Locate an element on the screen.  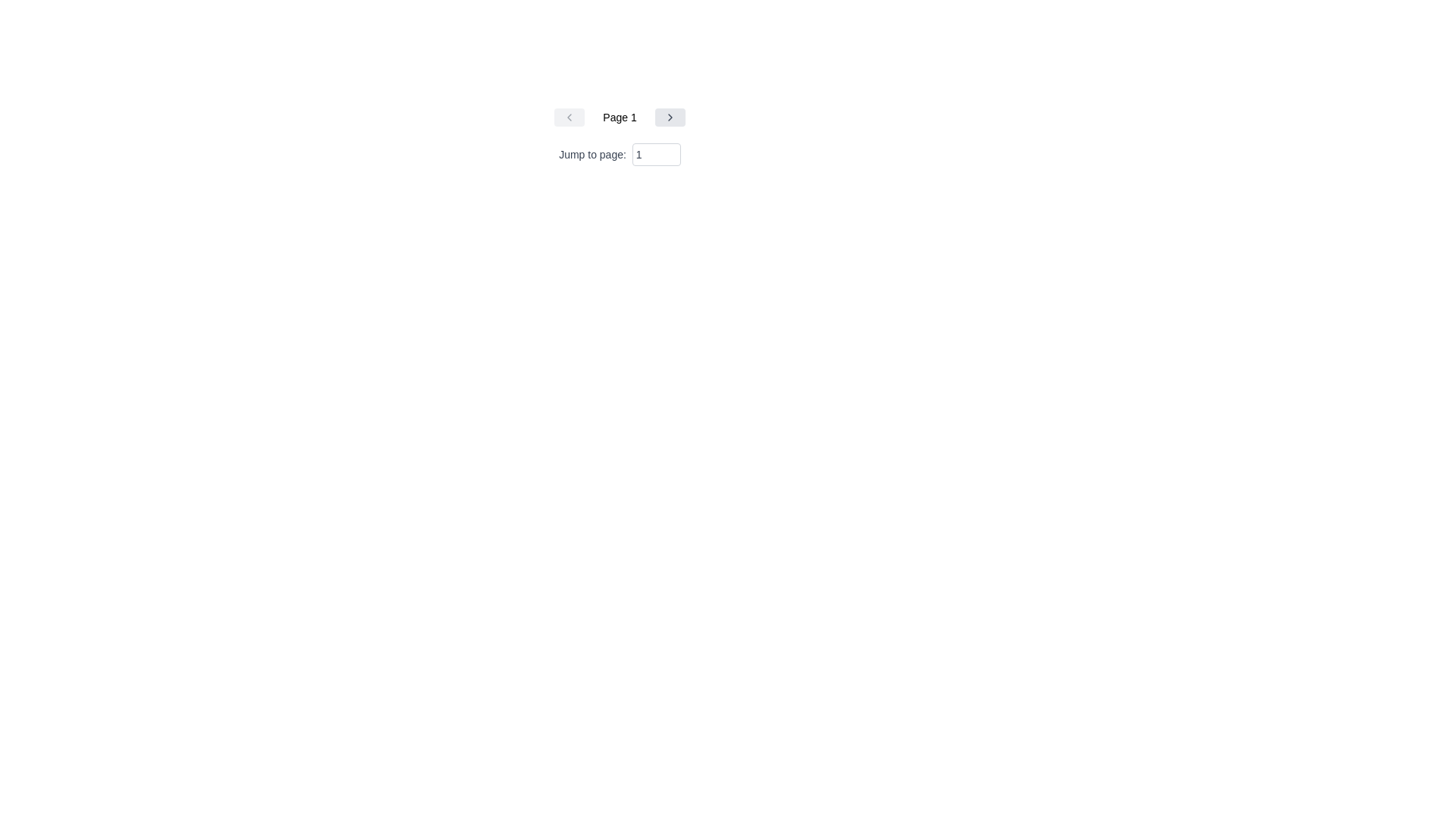
the current page number text label in the pagination interface, which is centrally located between the left and right navigational buttons is located at coordinates (620, 116).